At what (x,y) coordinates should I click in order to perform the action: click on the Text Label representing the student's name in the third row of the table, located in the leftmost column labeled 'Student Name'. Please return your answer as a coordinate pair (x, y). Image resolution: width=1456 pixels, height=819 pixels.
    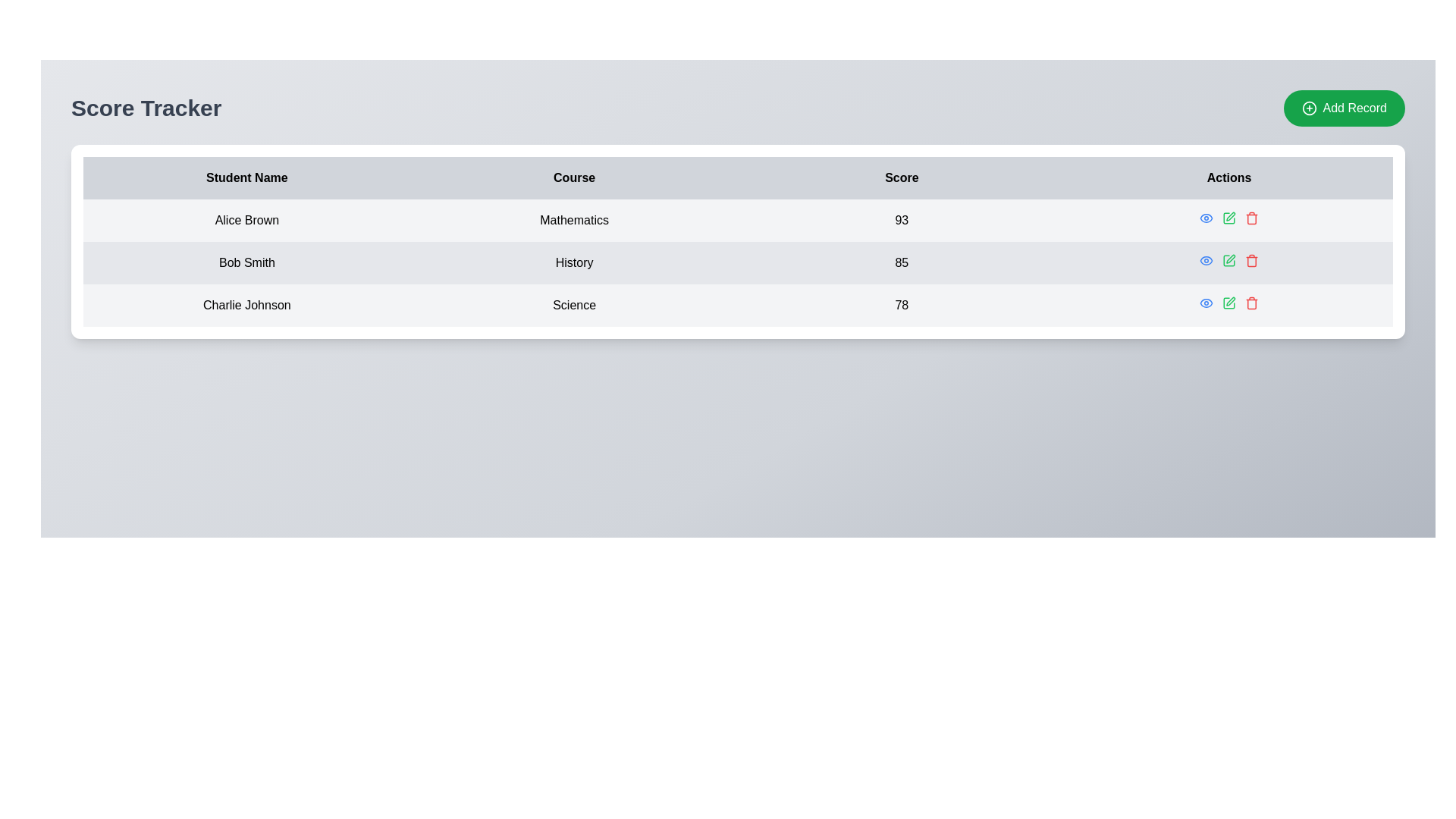
    Looking at the image, I should click on (246, 305).